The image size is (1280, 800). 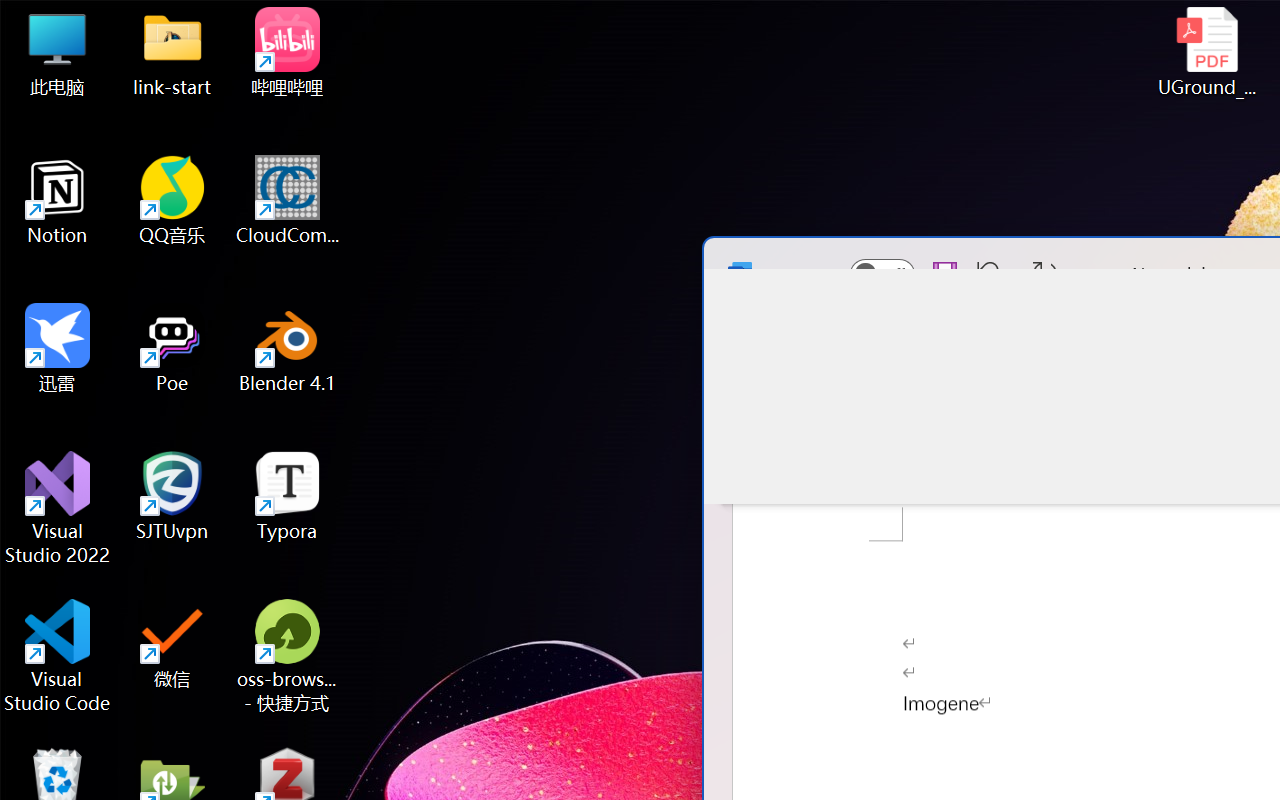 What do you see at coordinates (287, 200) in the screenshot?
I see `'CloudCompare'` at bounding box center [287, 200].